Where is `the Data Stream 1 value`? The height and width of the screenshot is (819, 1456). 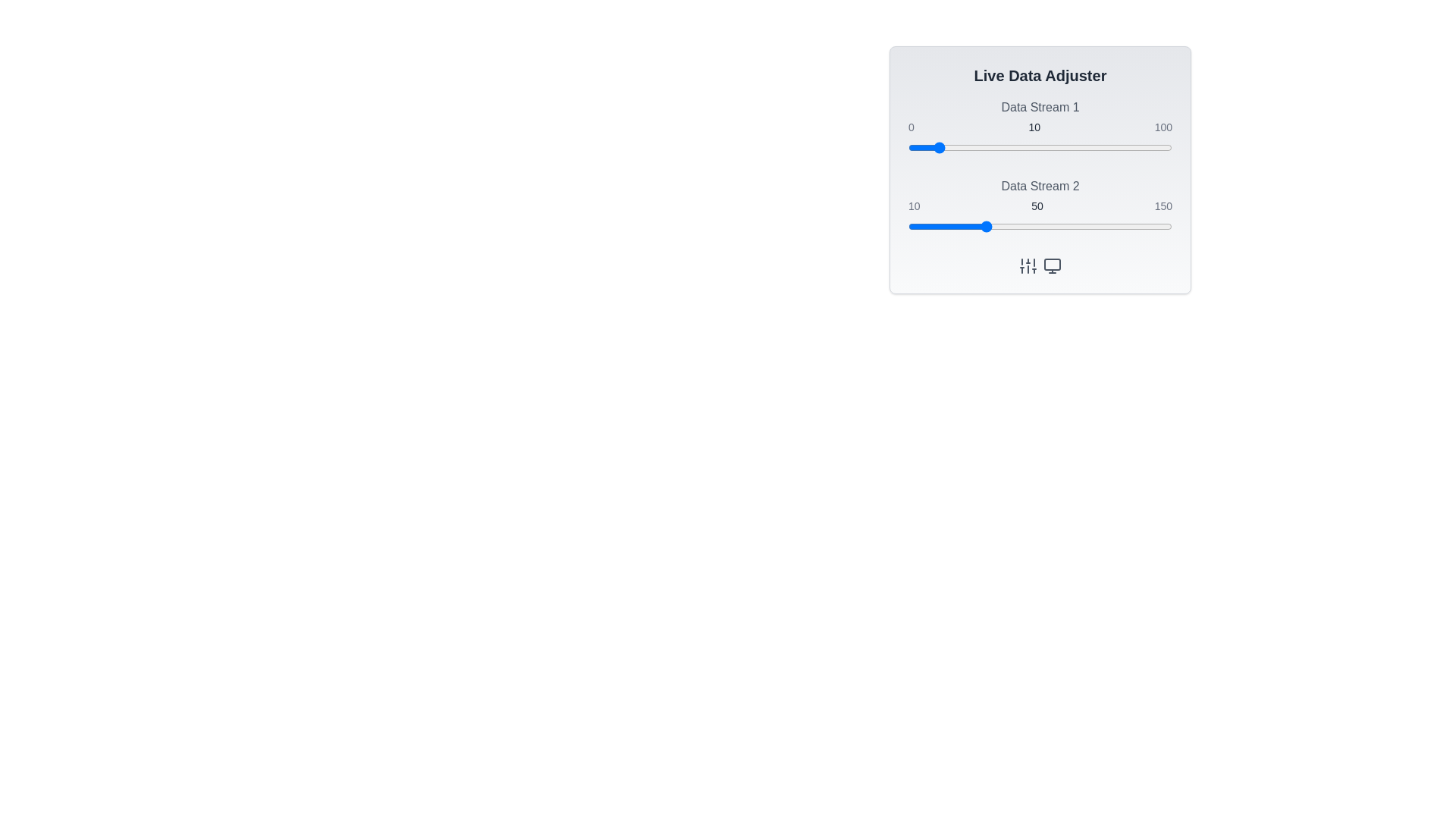
the Data Stream 1 value is located at coordinates (1093, 148).